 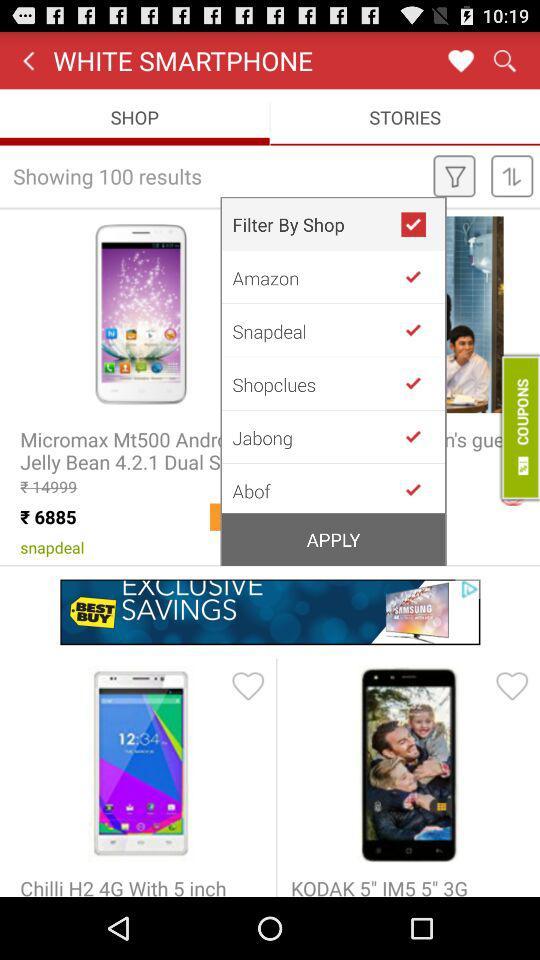 I want to click on to include/do not include this shop, so click(x=420, y=330).